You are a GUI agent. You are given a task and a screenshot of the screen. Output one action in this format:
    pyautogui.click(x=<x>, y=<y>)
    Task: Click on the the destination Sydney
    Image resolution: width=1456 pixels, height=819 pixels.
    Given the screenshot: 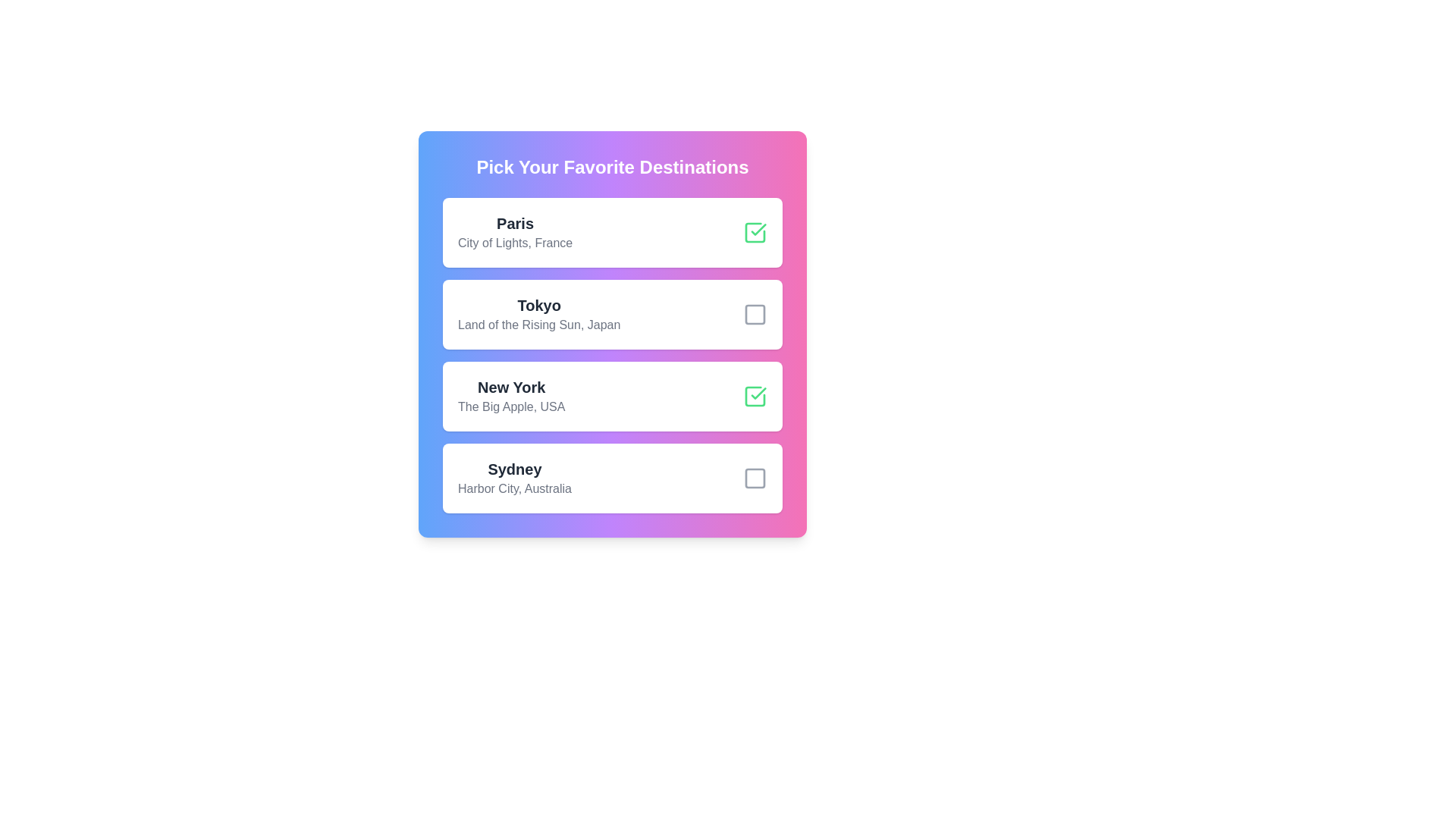 What is the action you would take?
    pyautogui.click(x=755, y=479)
    